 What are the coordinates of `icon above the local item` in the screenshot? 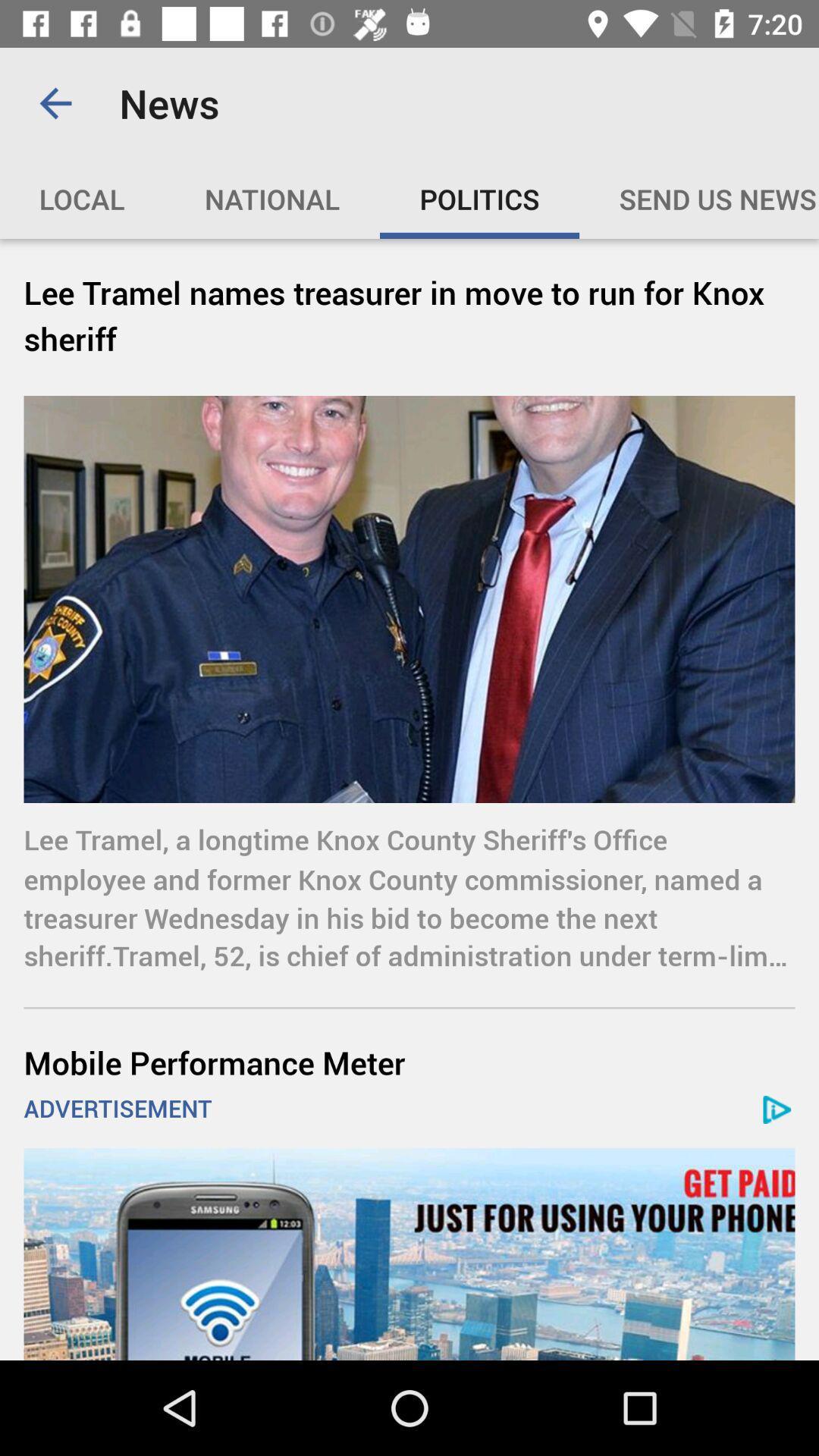 It's located at (55, 102).